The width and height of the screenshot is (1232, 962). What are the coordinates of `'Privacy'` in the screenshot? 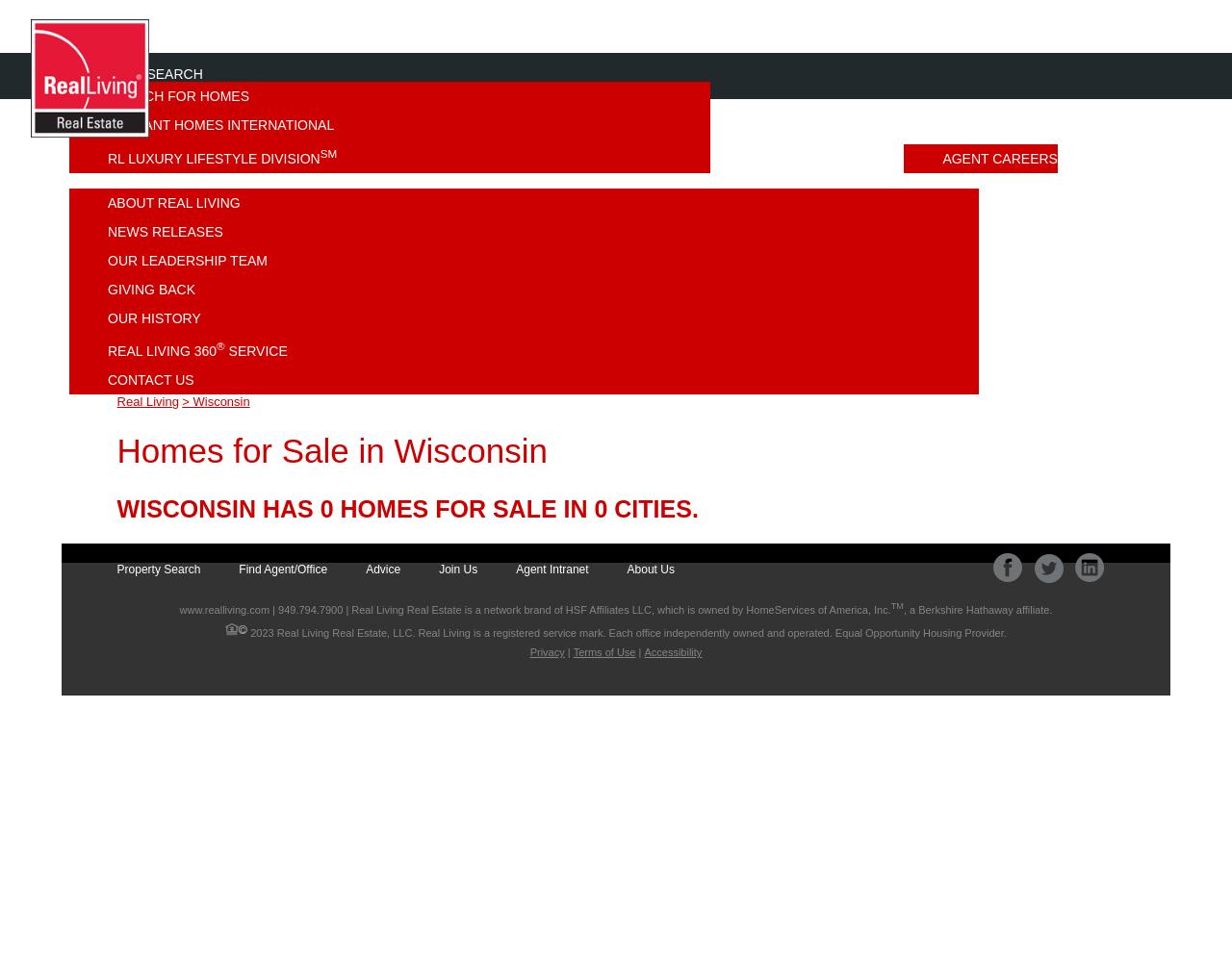 It's located at (545, 652).